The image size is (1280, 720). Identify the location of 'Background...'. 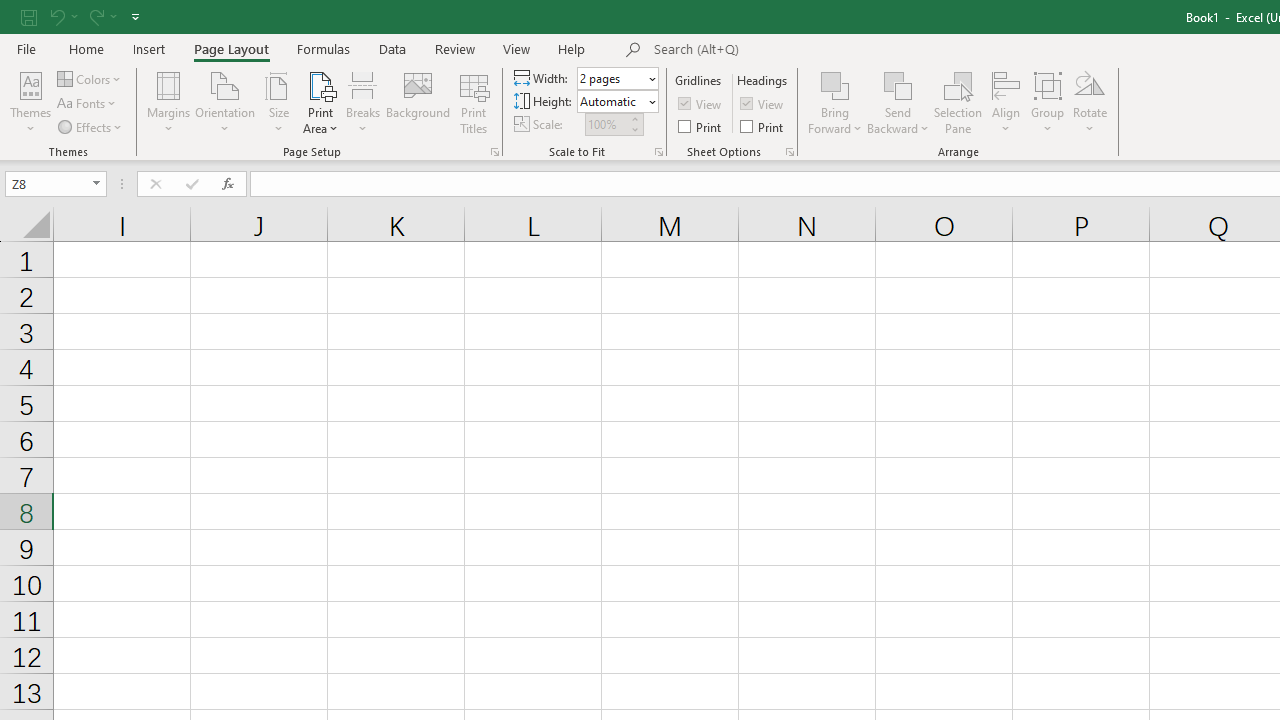
(417, 103).